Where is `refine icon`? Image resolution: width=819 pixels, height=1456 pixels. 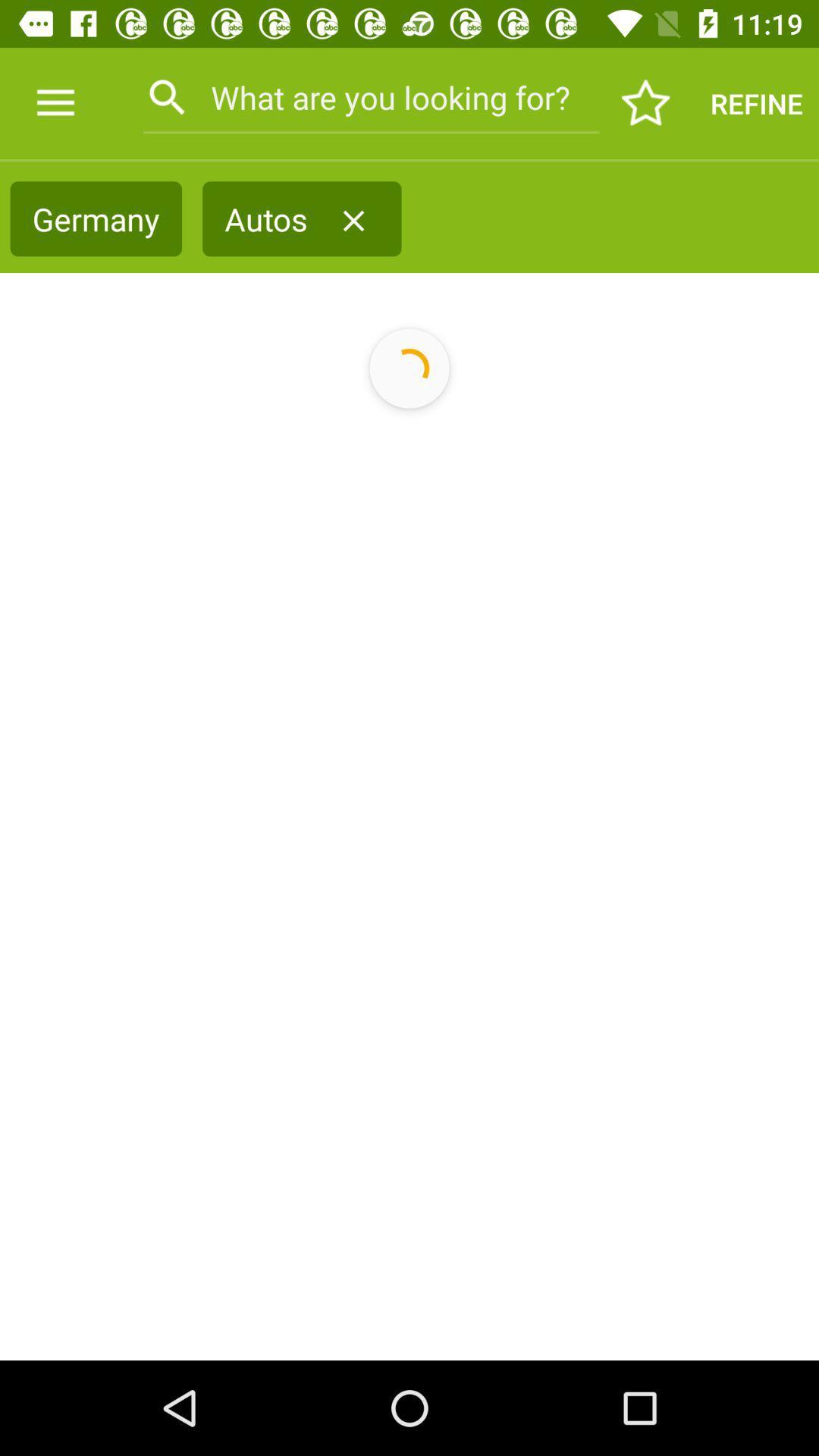 refine icon is located at coordinates (756, 102).